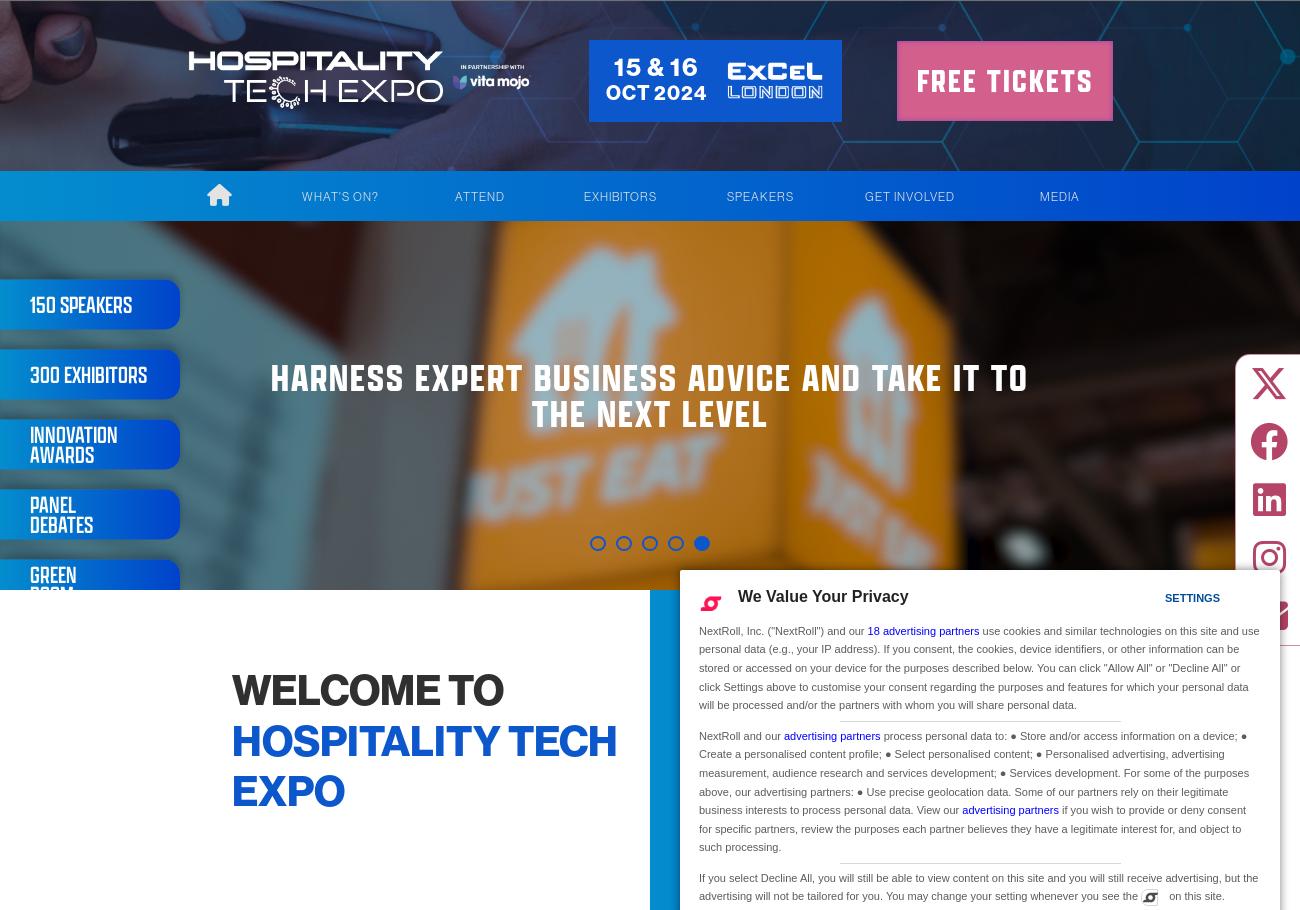 This screenshot has height=910, width=1300. What do you see at coordinates (1049, 411) in the screenshot?
I see `'Press Opportunities'` at bounding box center [1049, 411].